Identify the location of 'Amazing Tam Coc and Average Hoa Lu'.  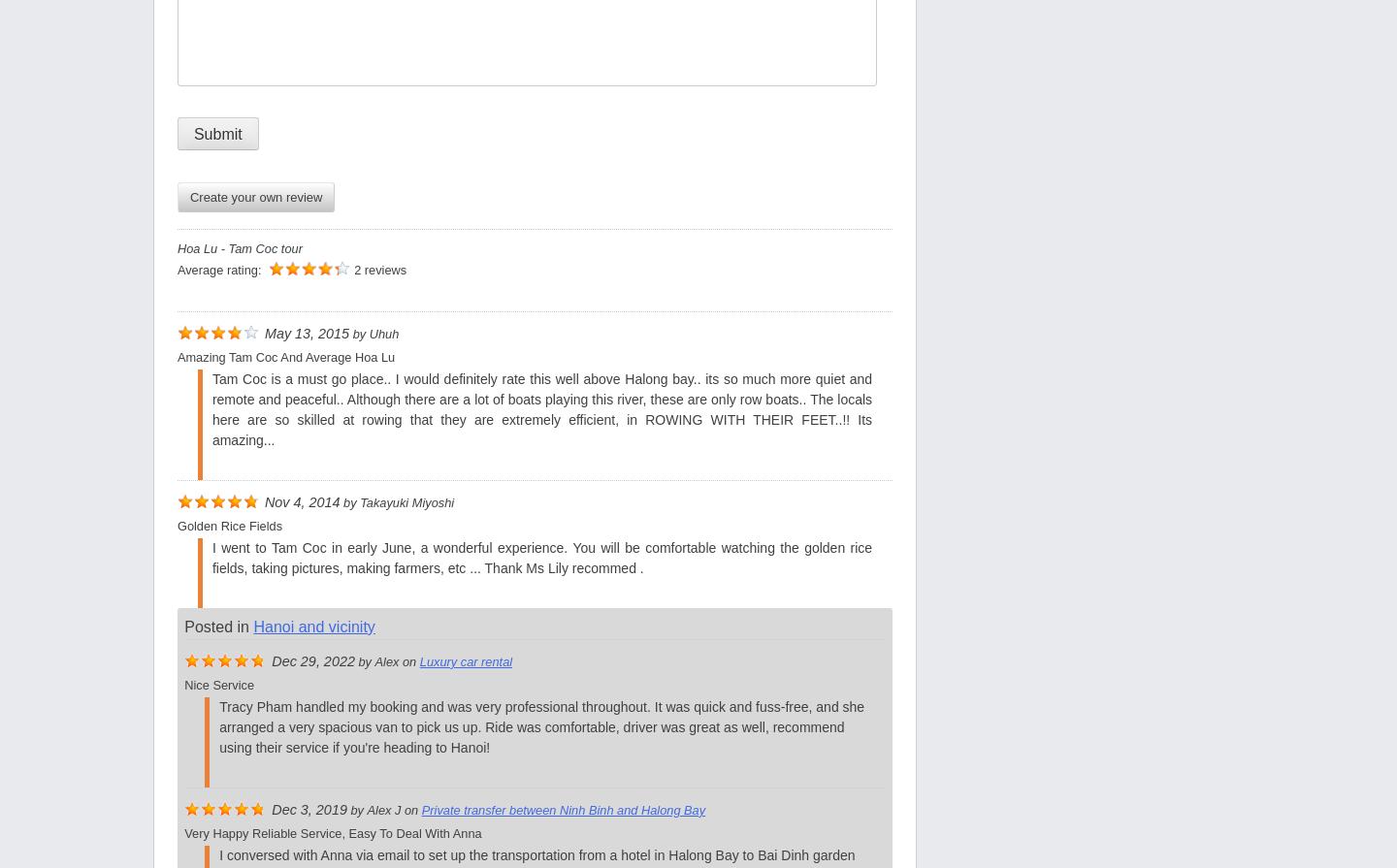
(284, 357).